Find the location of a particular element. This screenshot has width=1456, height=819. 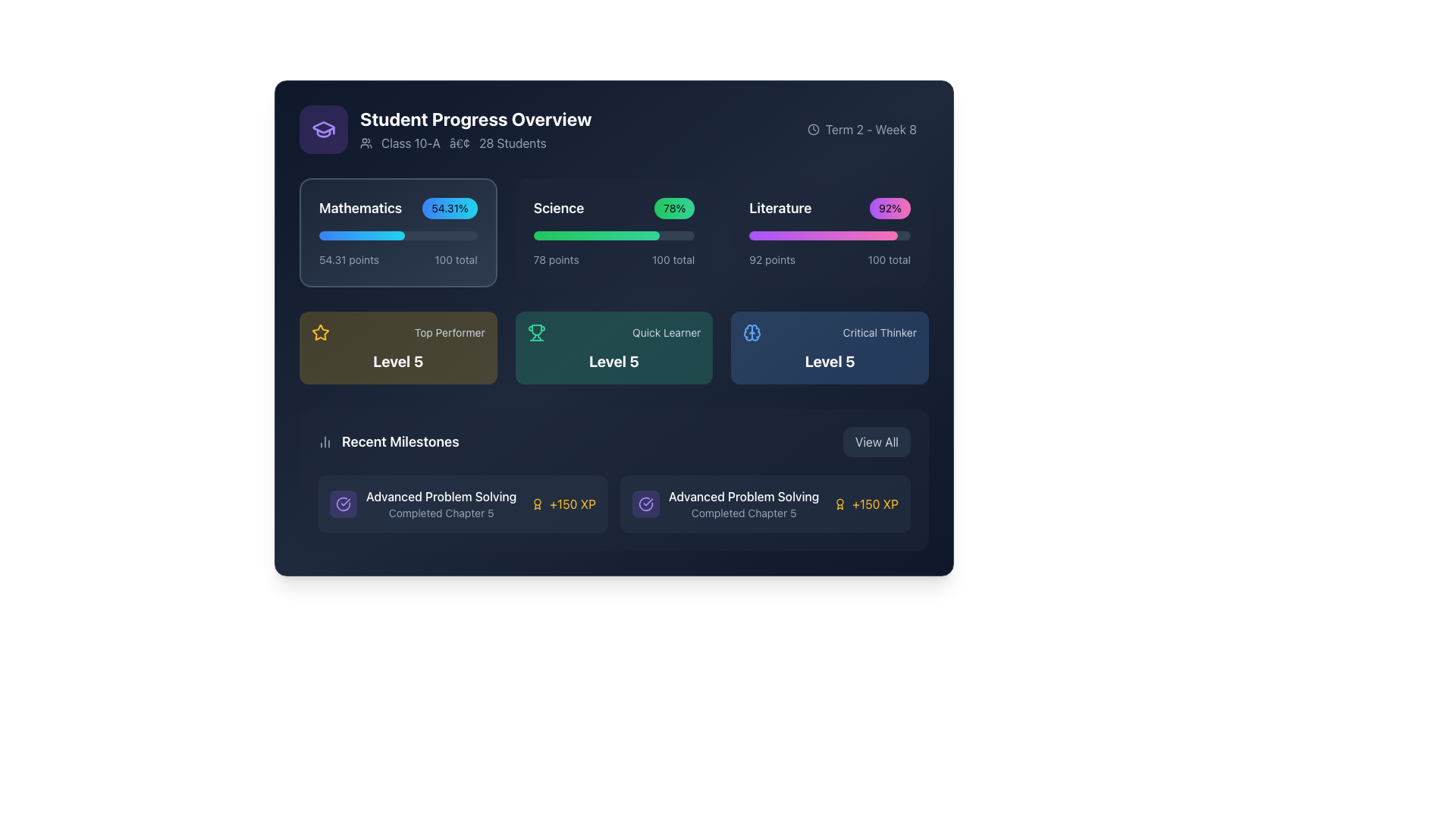

the graduation cap icon, which is an SVG element located at the top-left side of the interface, indicating education or academic progress is located at coordinates (323, 127).